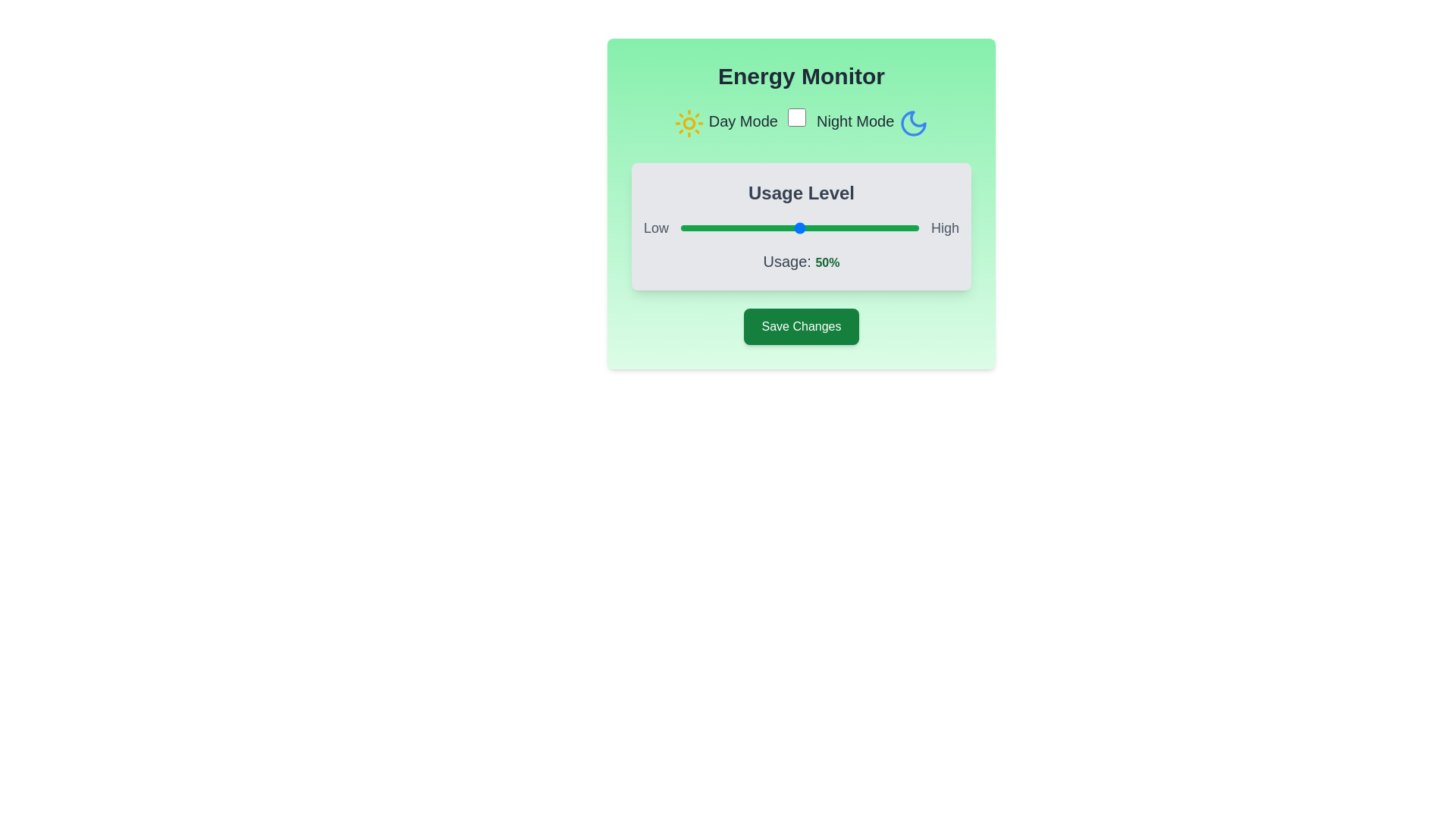  What do you see at coordinates (800, 326) in the screenshot?
I see `the 'Save Changes' button, which has a green background and white text` at bounding box center [800, 326].